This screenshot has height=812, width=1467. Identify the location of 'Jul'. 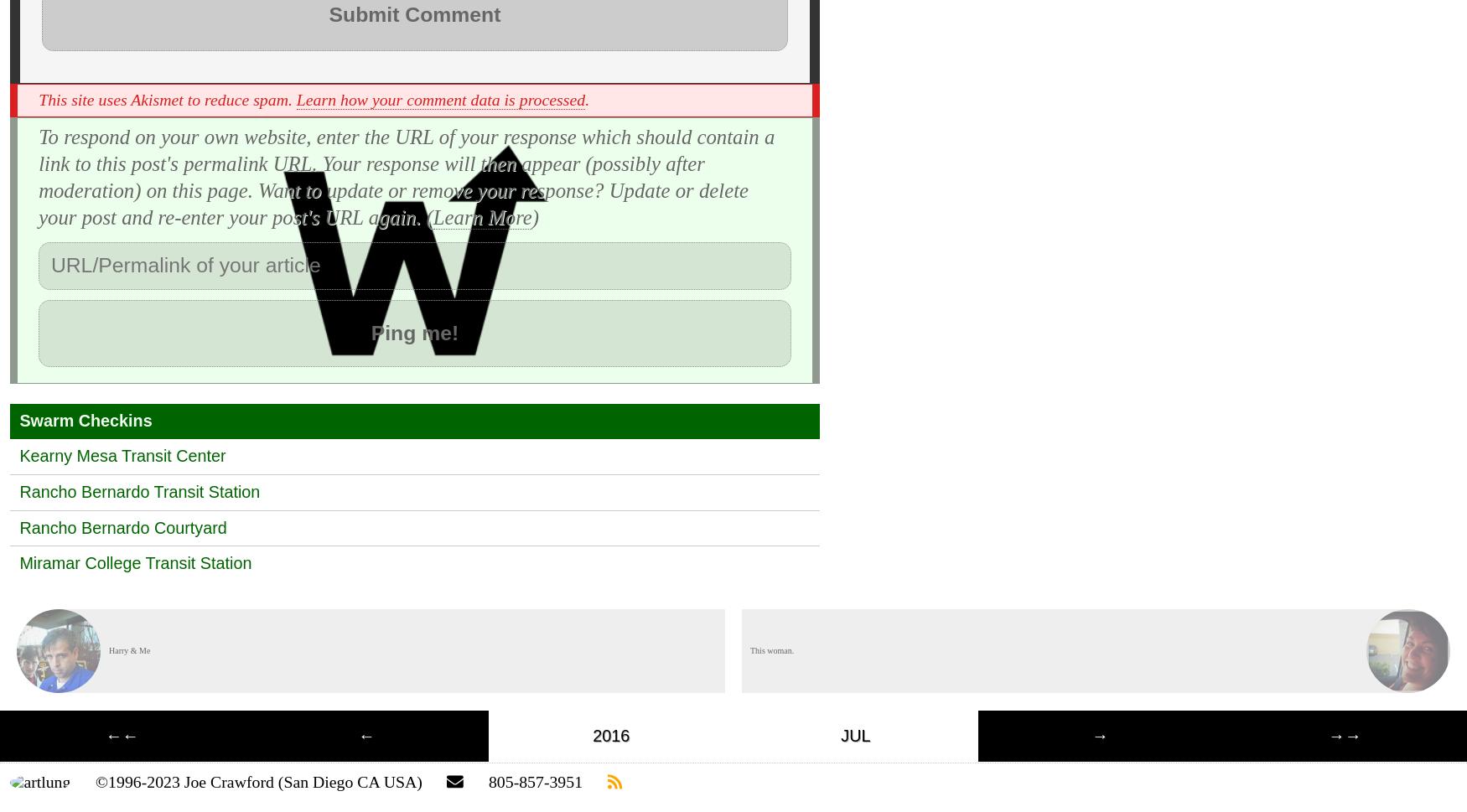
(854, 734).